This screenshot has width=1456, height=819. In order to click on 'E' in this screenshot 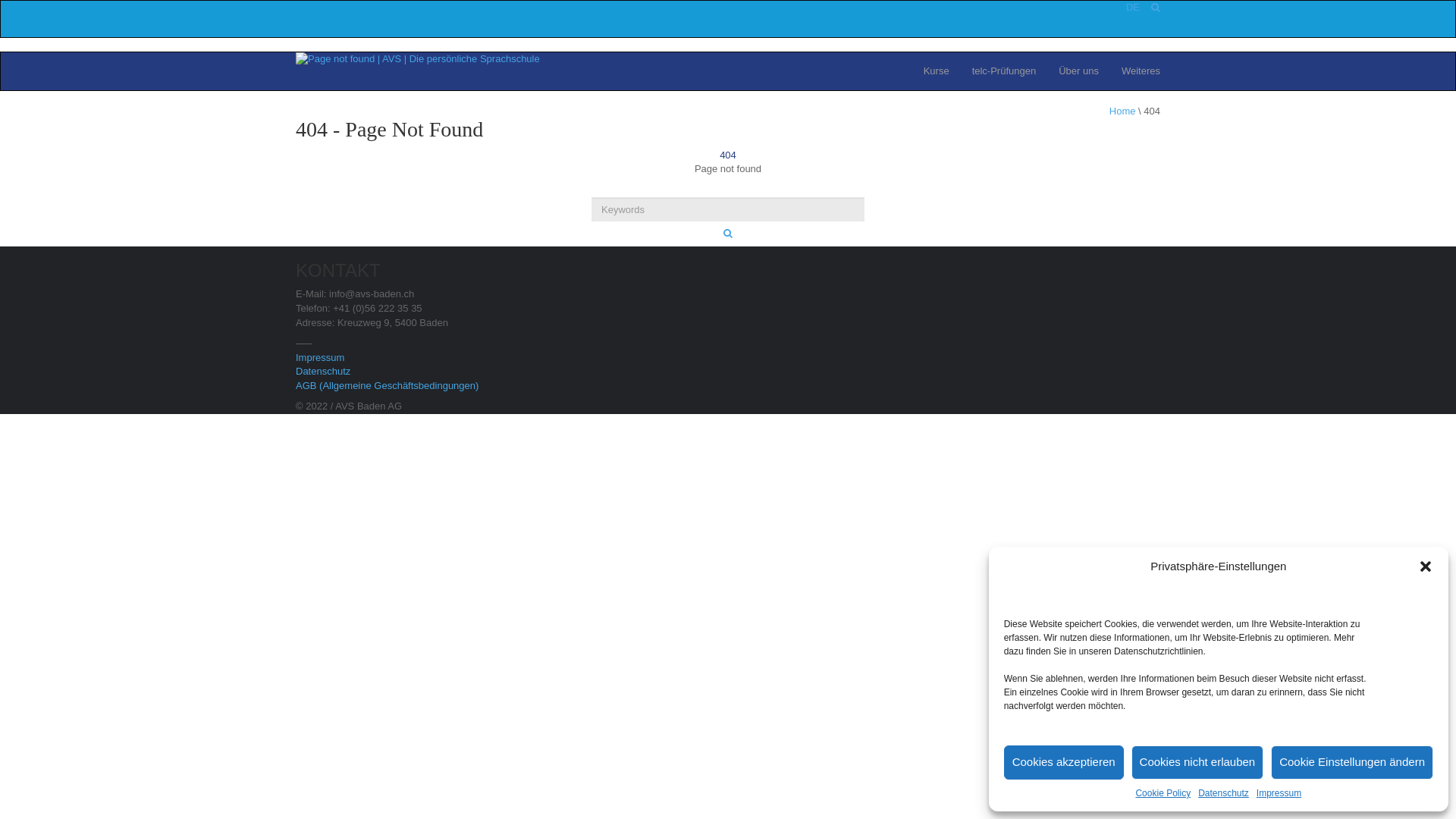, I will do `click(1132, 7)`.